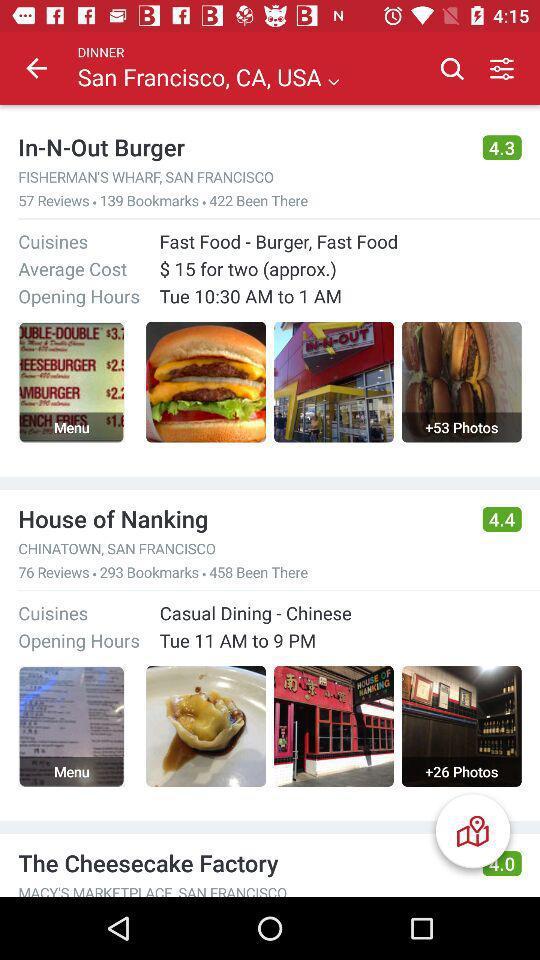 Image resolution: width=540 pixels, height=960 pixels. I want to click on icon below fast food burger item, so click(339, 267).